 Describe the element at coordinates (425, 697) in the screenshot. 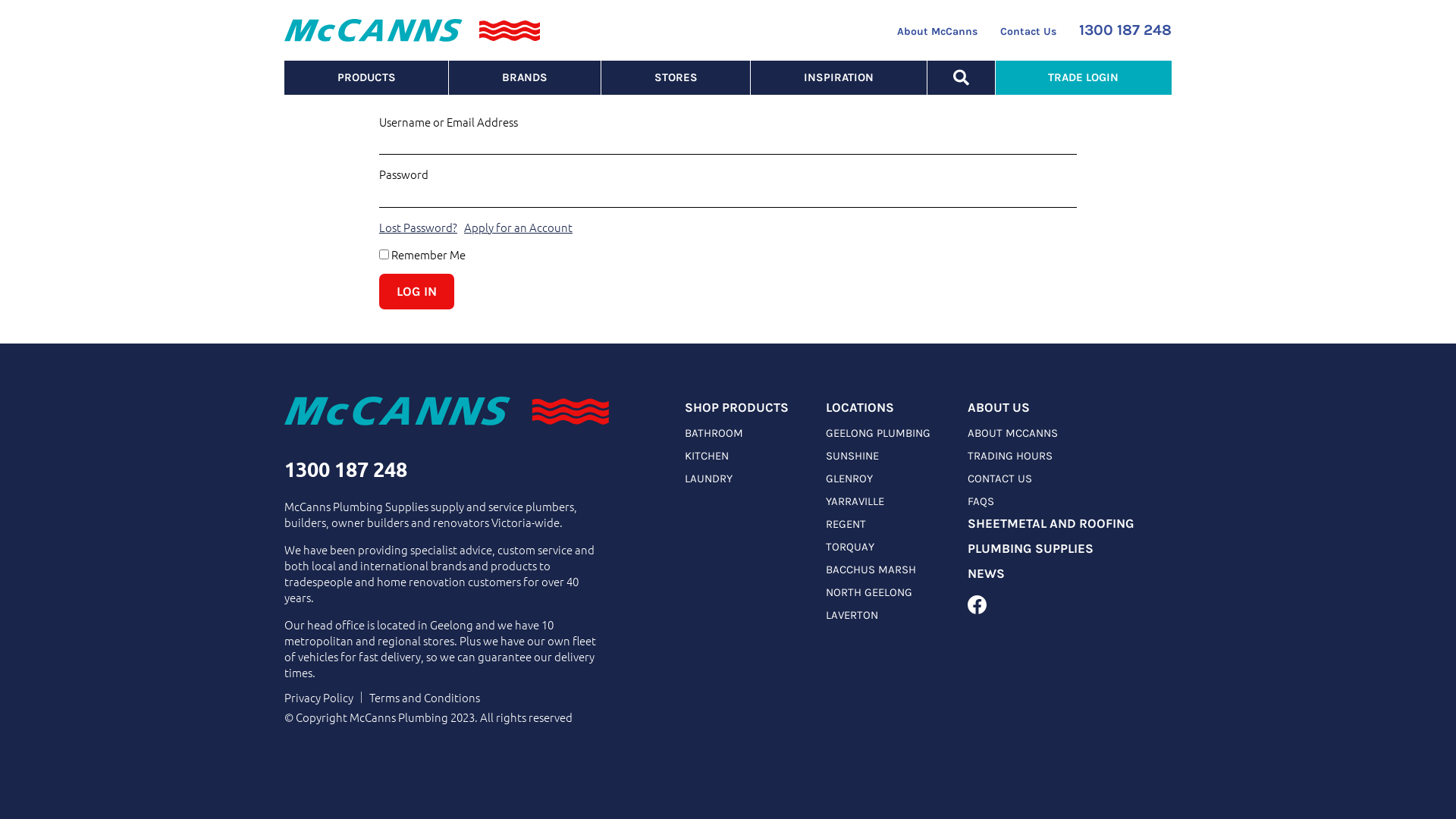

I see `'Terms and Conditions'` at that location.